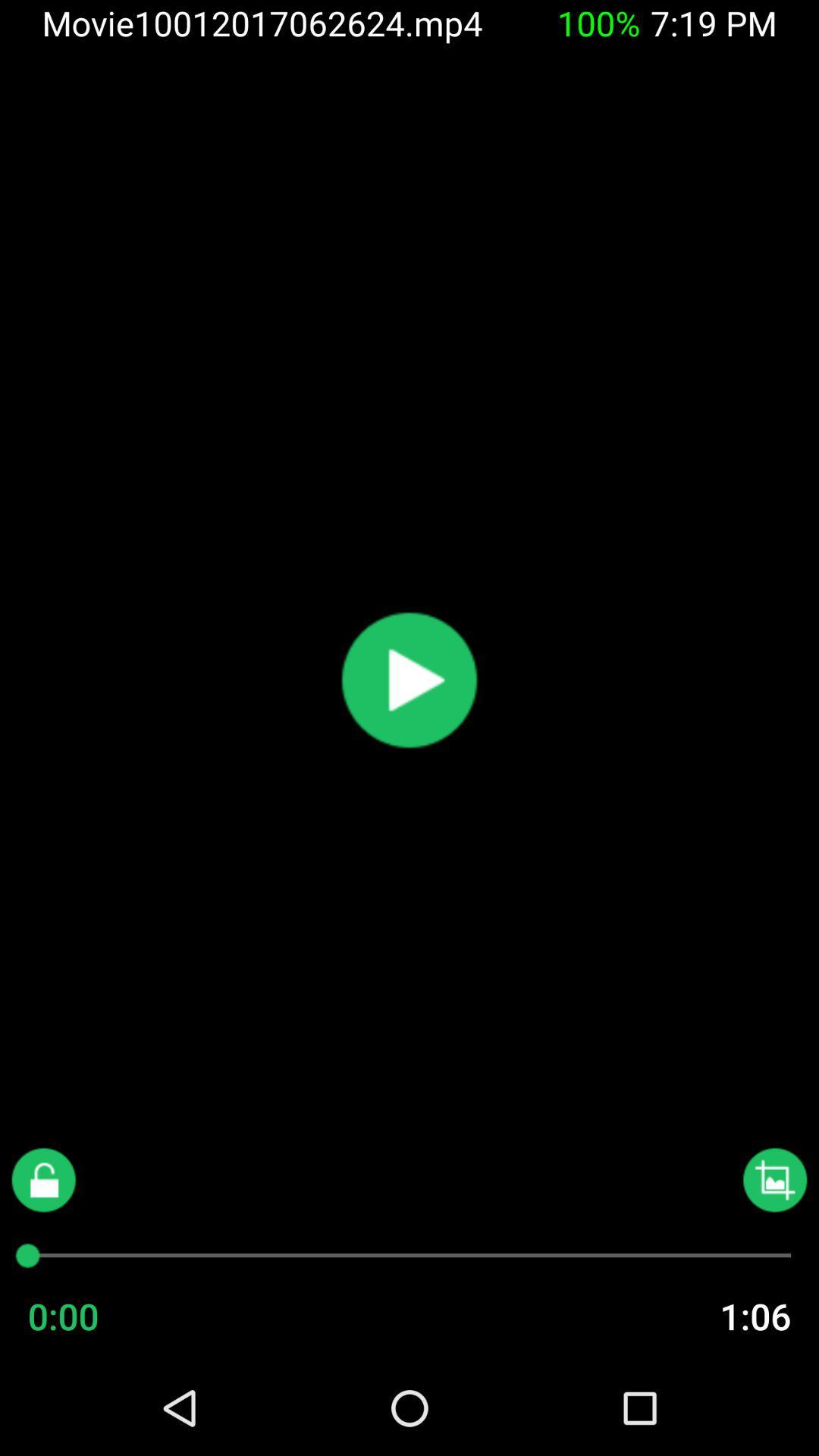 The height and width of the screenshot is (1456, 819). I want to click on image, so click(775, 1179).